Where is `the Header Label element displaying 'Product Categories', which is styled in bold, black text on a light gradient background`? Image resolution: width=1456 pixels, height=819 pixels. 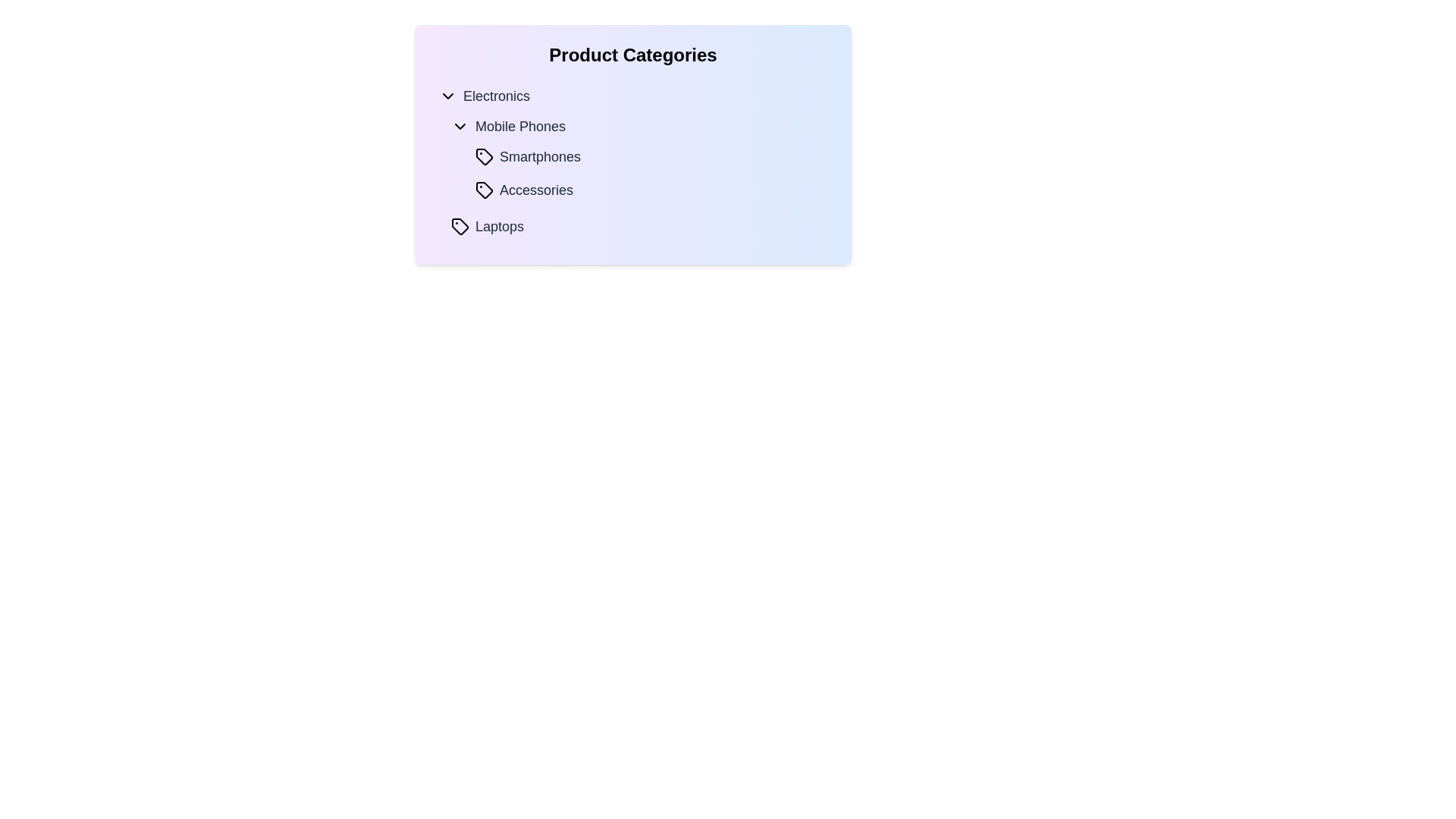
the Header Label element displaying 'Product Categories', which is styled in bold, black text on a light gradient background is located at coordinates (633, 55).